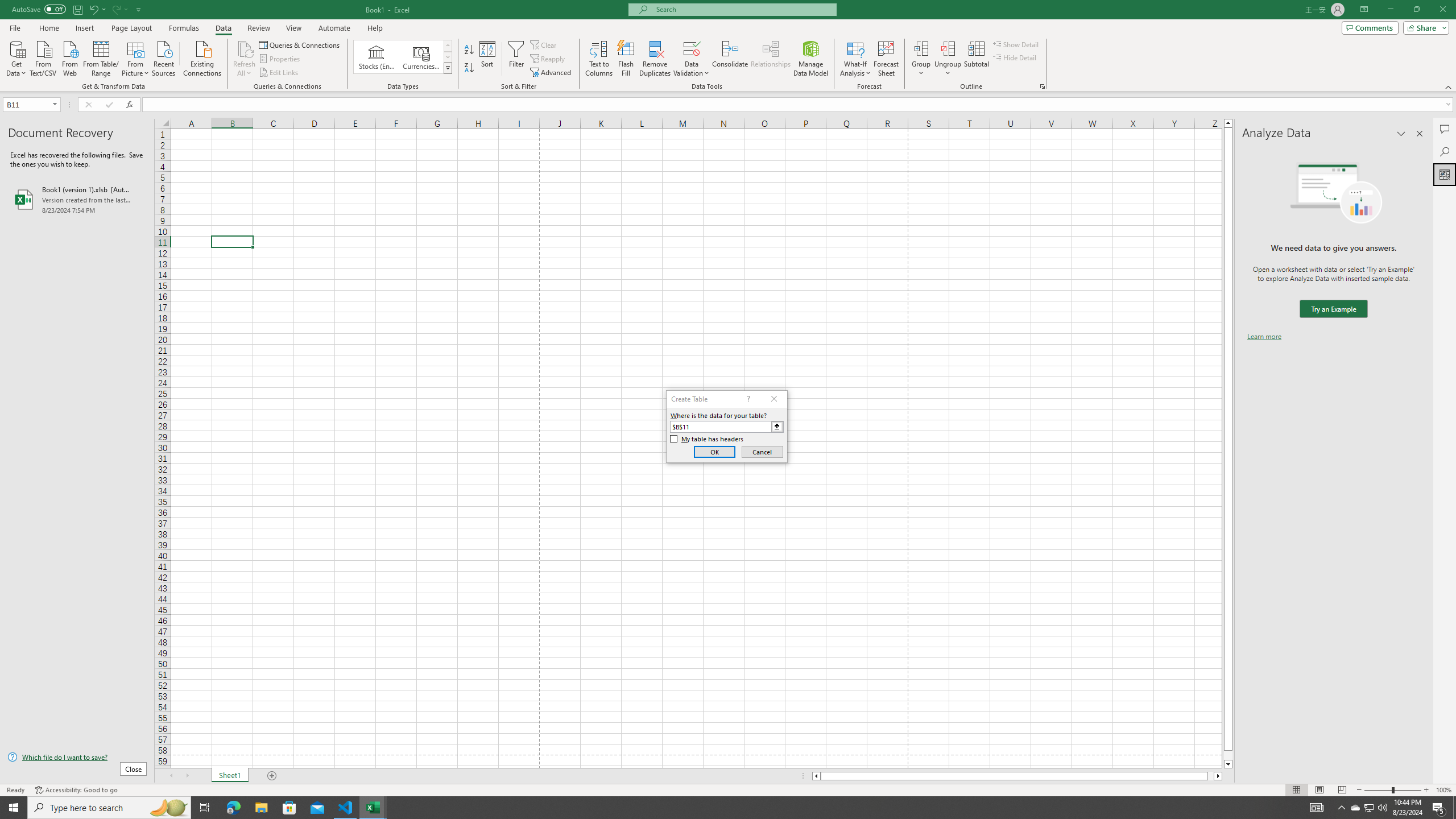 This screenshot has width=1456, height=819. What do you see at coordinates (244, 48) in the screenshot?
I see `'Refresh All'` at bounding box center [244, 48].